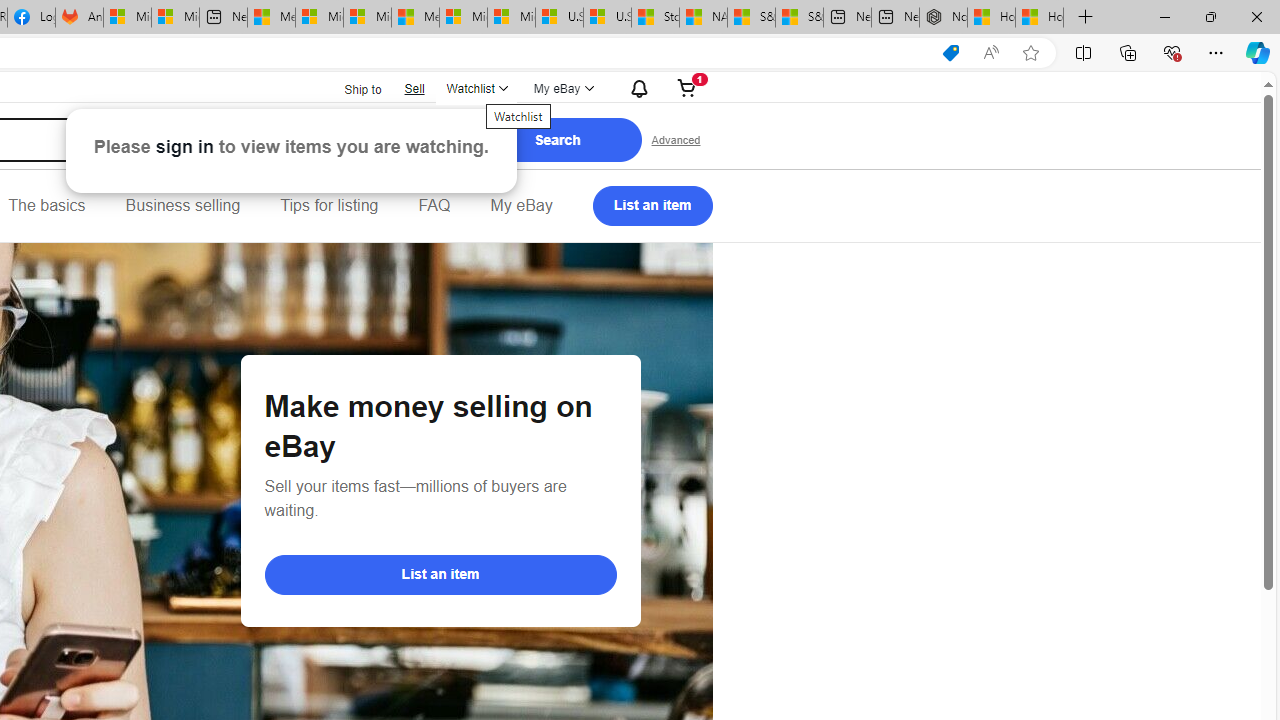  I want to click on 'Tips for listing', so click(329, 205).